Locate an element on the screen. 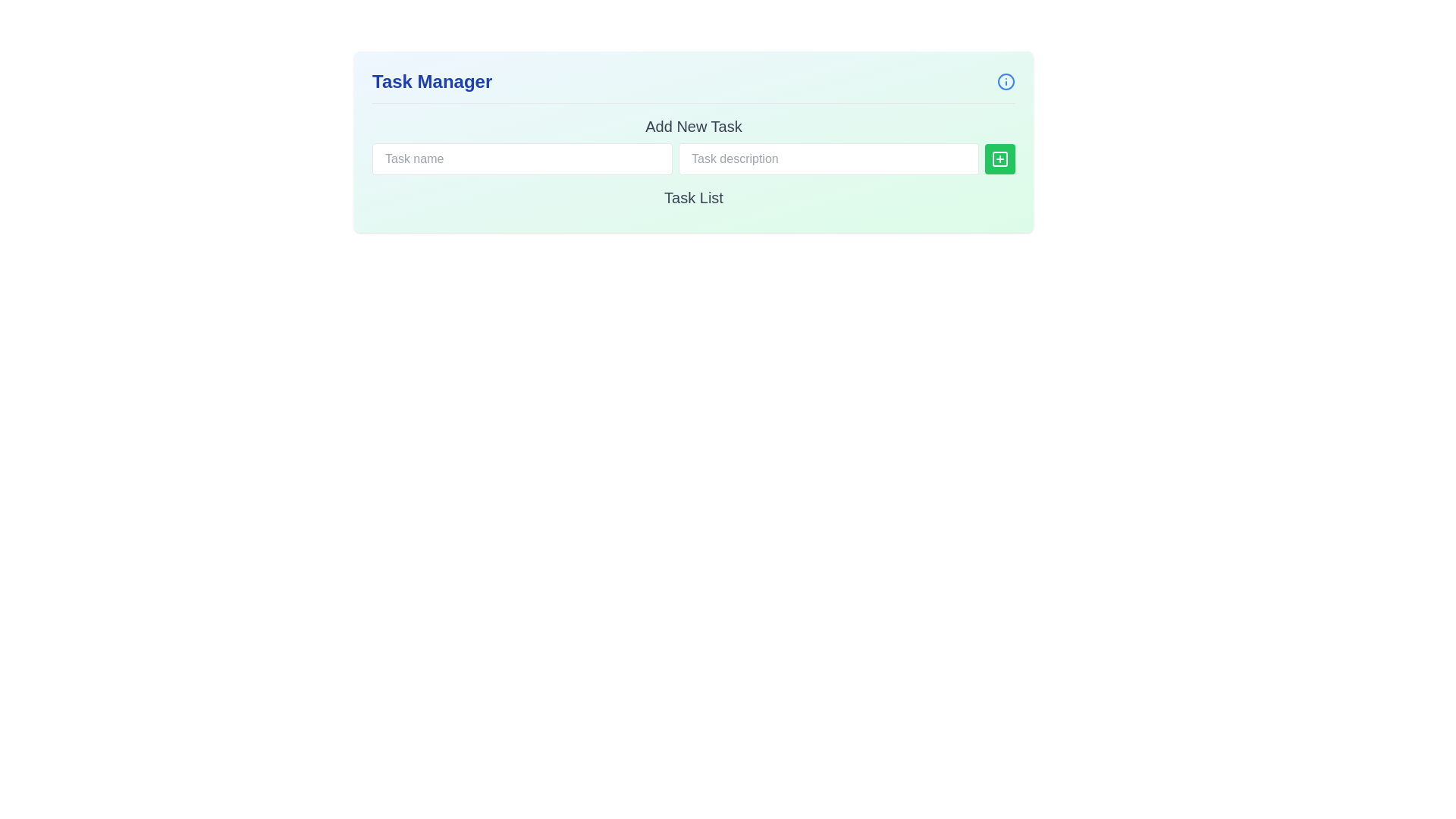  the '+' icon button enclosed within a rounded green square, located in the 'Add New Task' section is located at coordinates (1000, 158).